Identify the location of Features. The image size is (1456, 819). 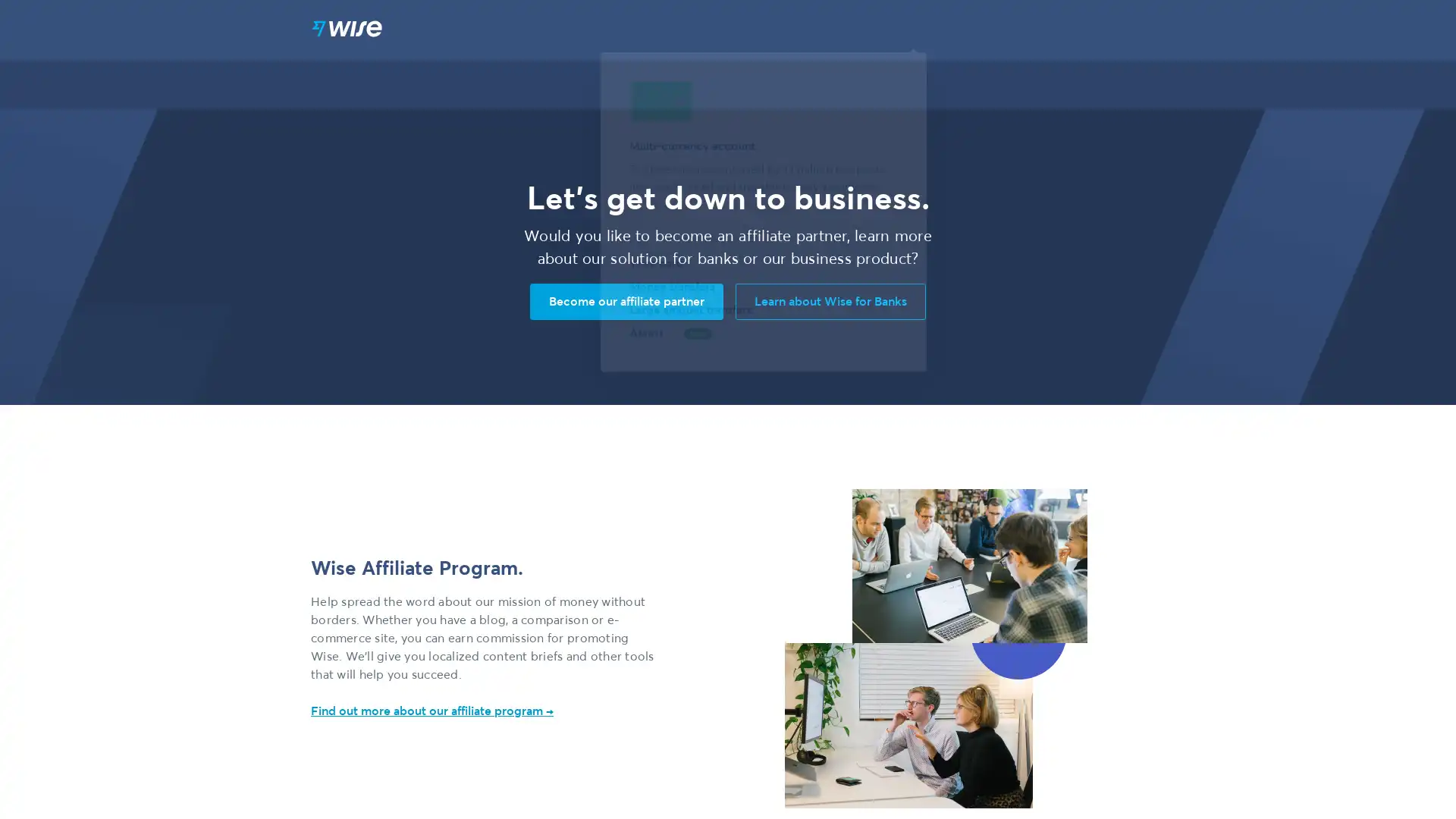
(898, 30).